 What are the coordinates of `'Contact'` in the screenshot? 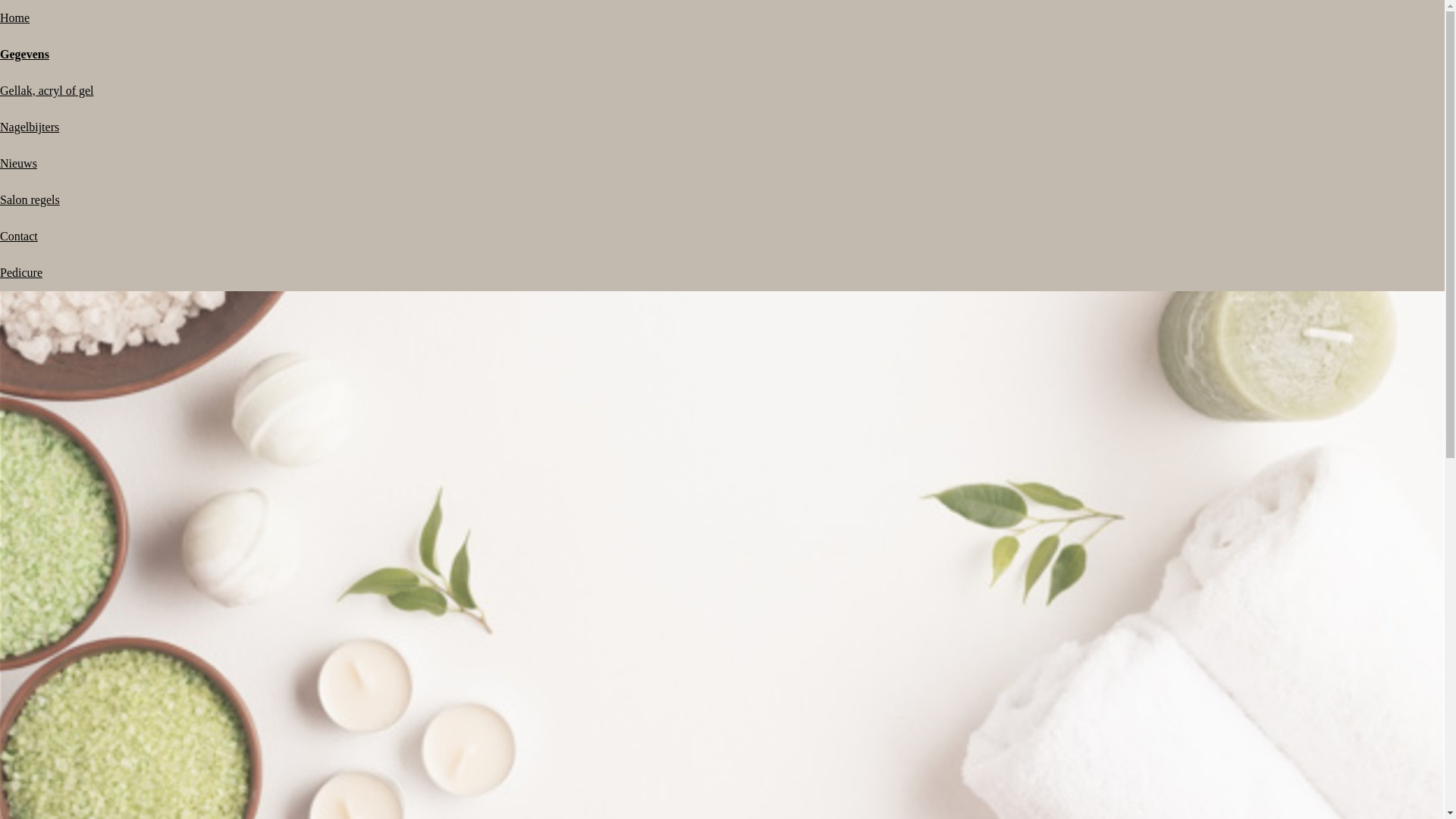 It's located at (0, 236).